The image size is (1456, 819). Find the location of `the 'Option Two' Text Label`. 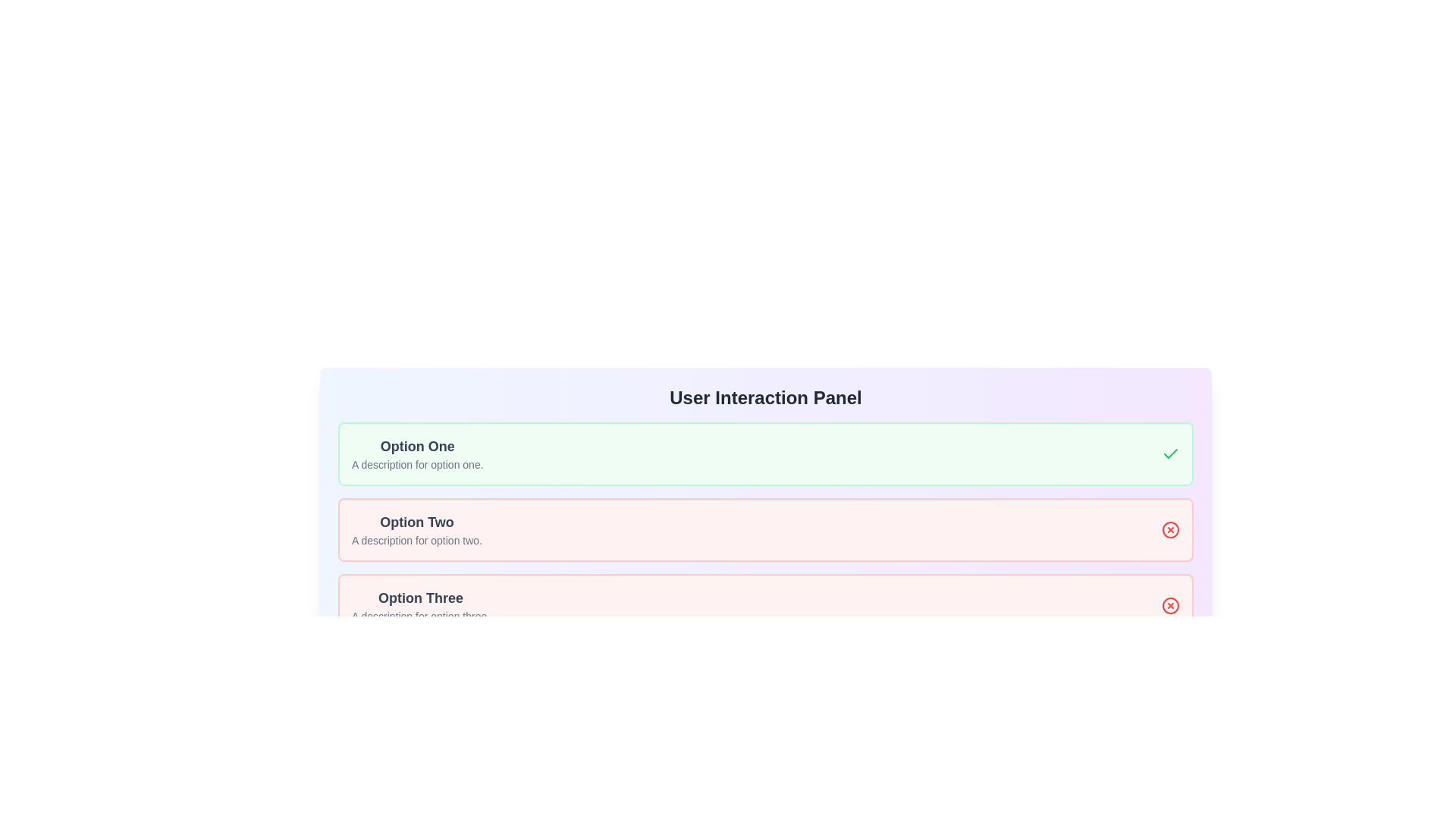

the 'Option Two' Text Label is located at coordinates (417, 522).